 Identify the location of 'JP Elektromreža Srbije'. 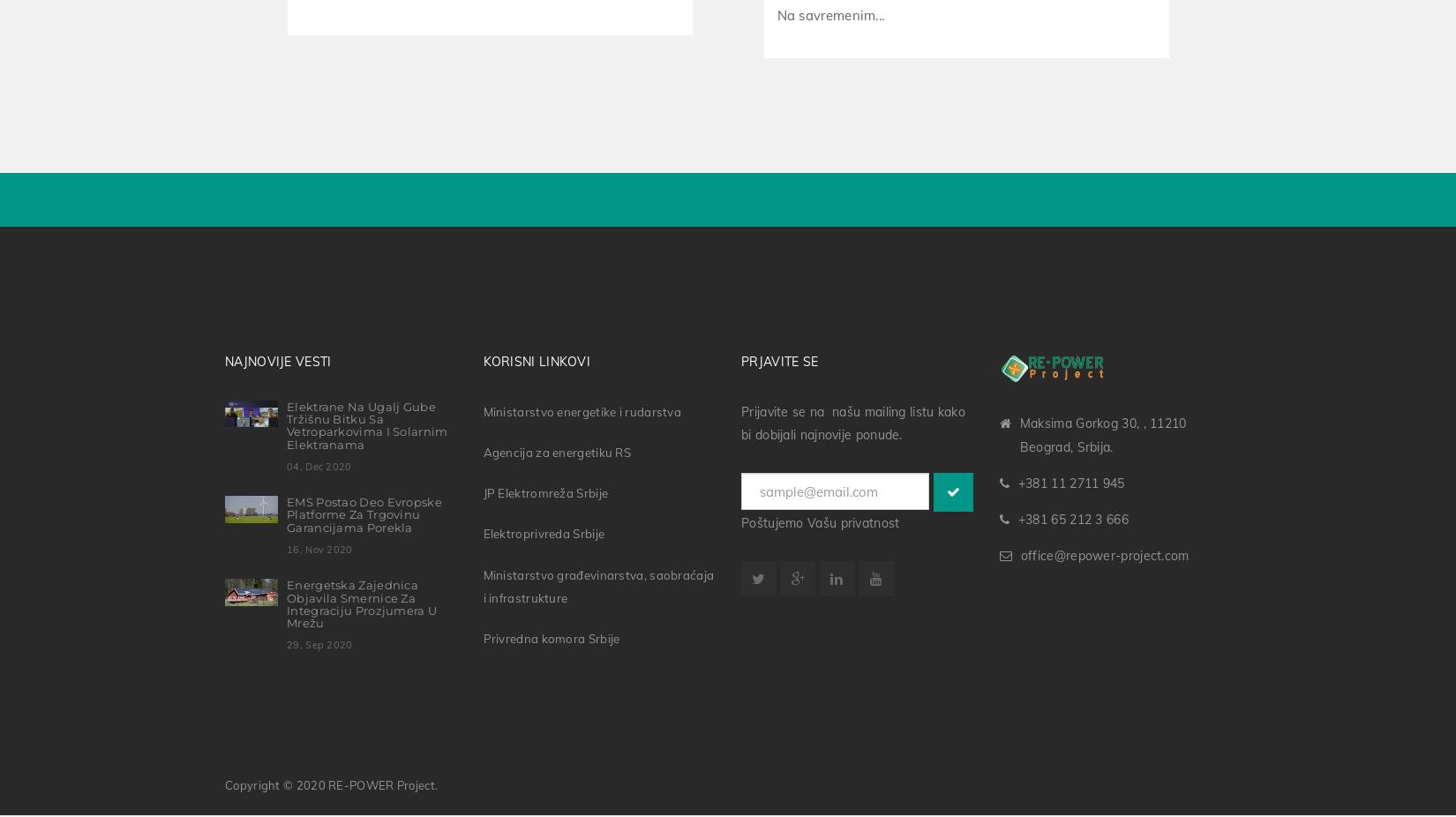
(544, 489).